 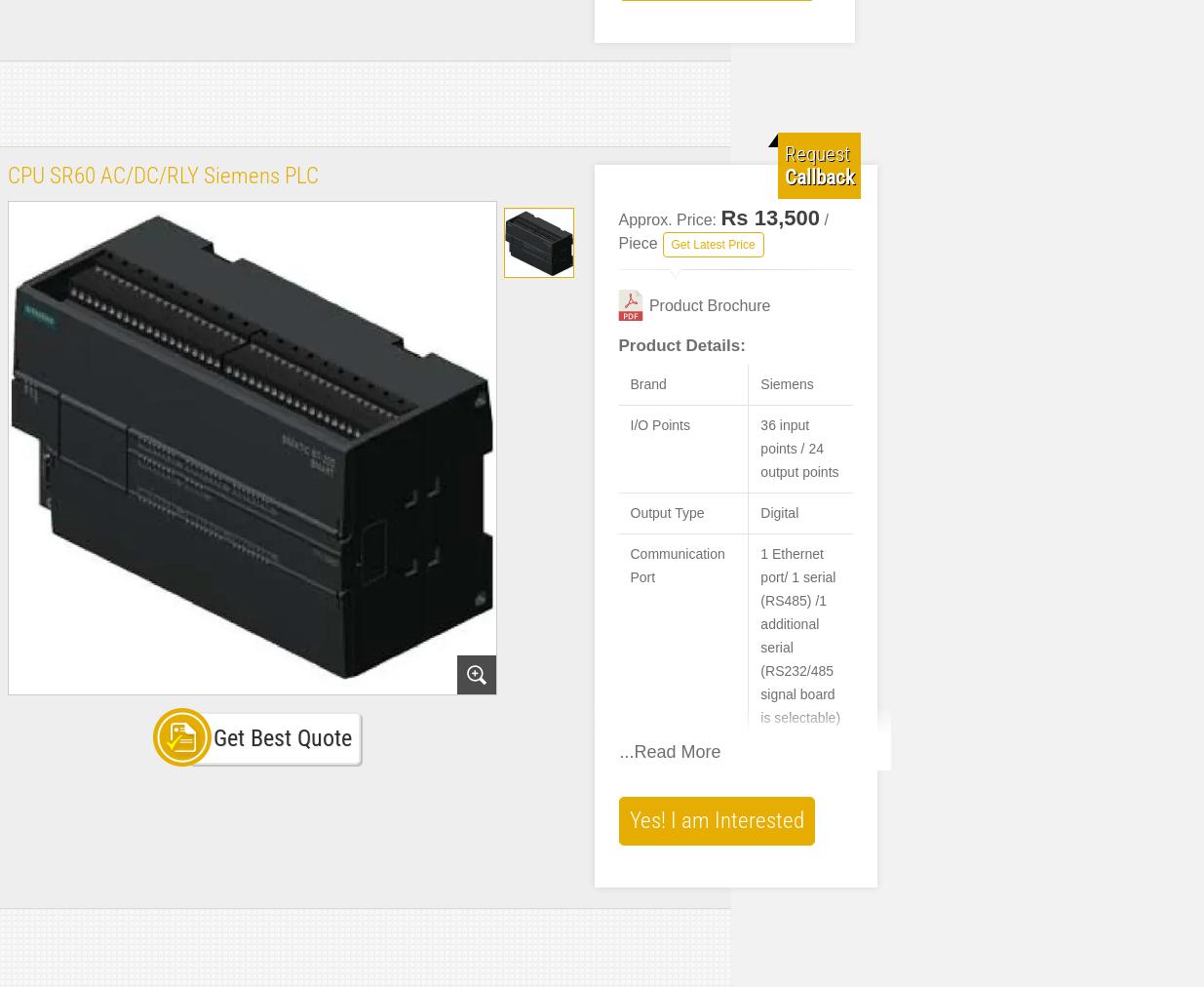 I want to click on 'I/O Points', so click(x=659, y=424).